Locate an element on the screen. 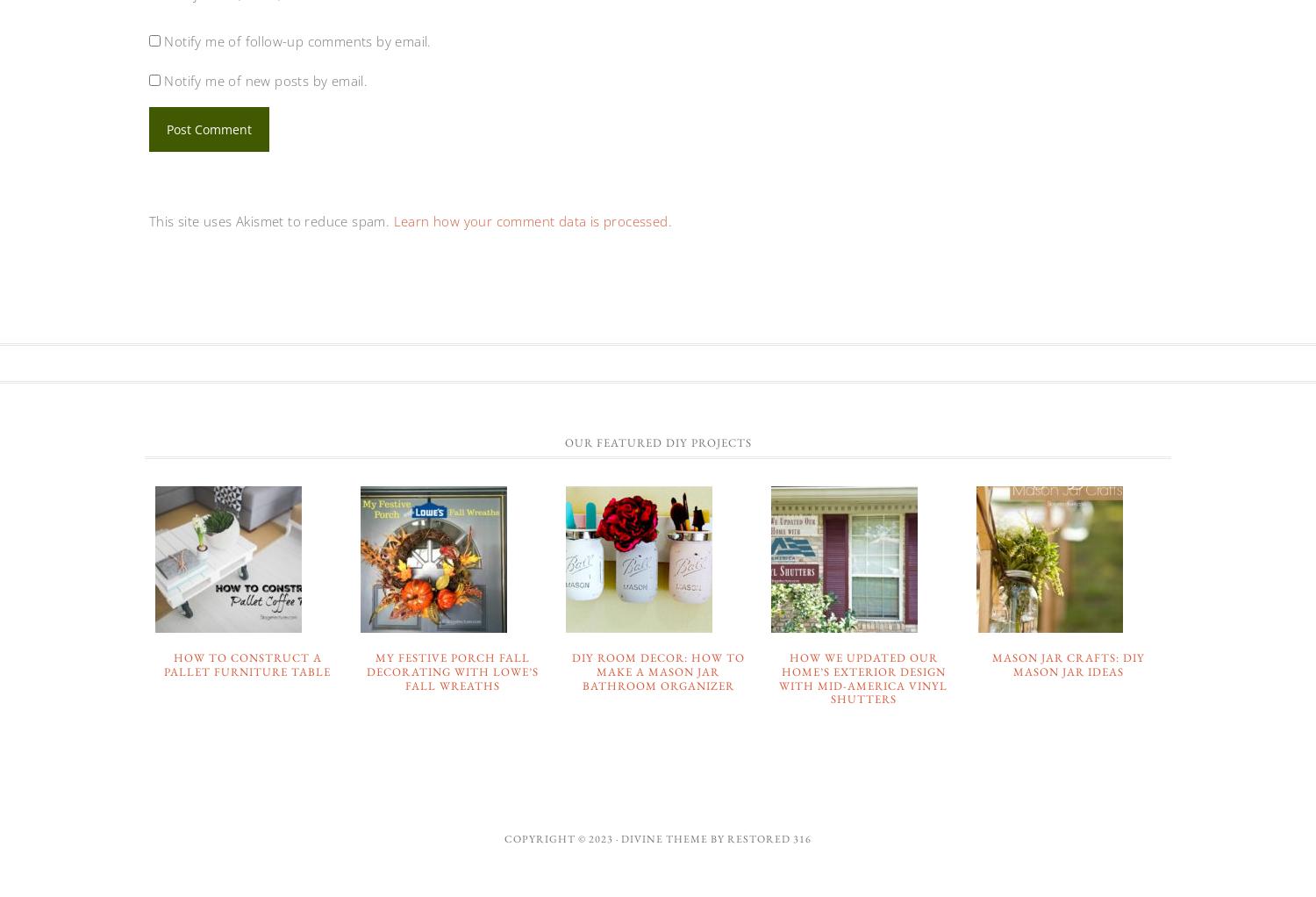 The height and width of the screenshot is (897, 1316). 'My Festive Porch Fall Decorating with Lowe’s Fall Wreaths' is located at coordinates (453, 670).